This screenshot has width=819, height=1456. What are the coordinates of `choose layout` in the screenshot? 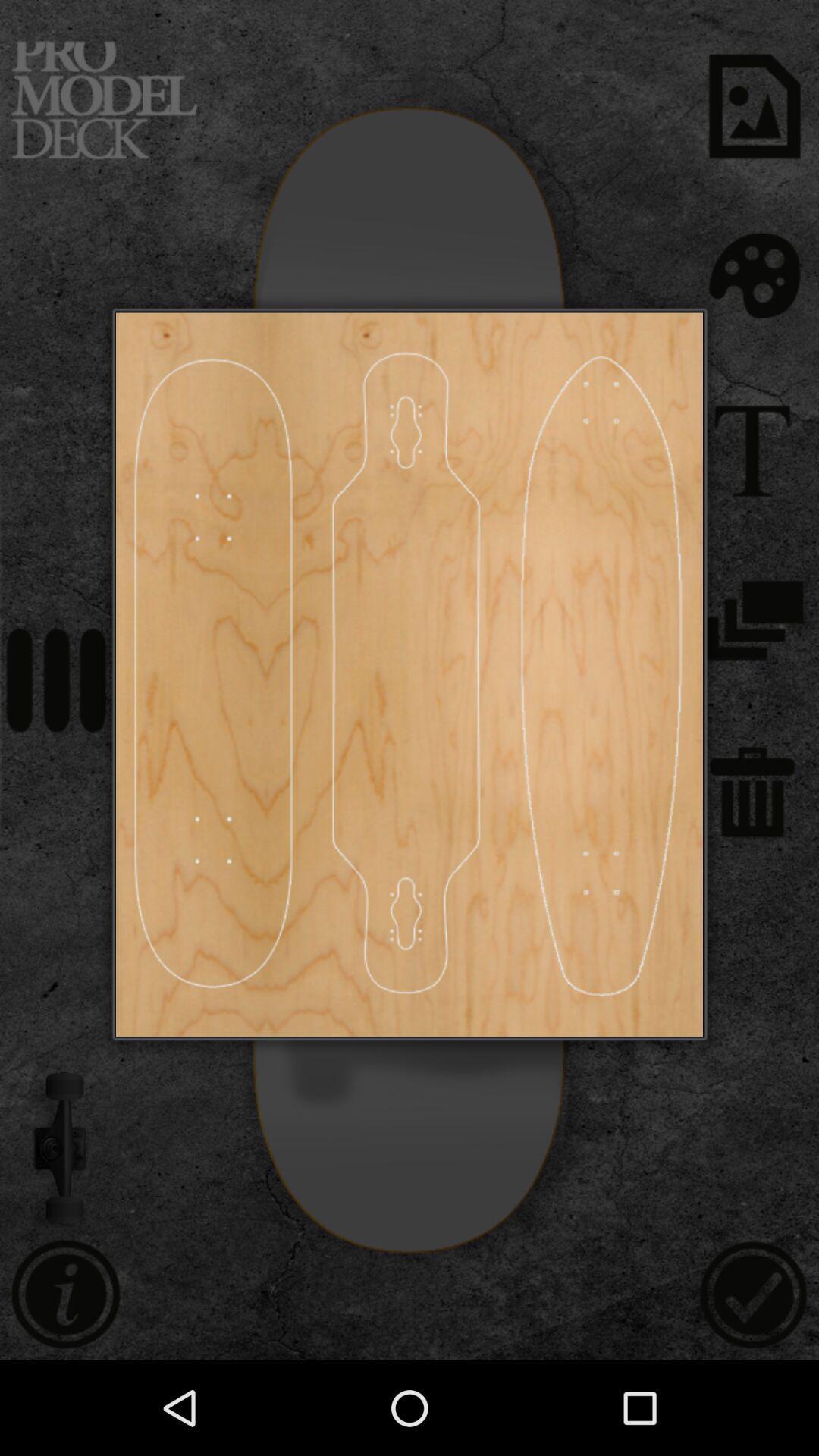 It's located at (600, 673).